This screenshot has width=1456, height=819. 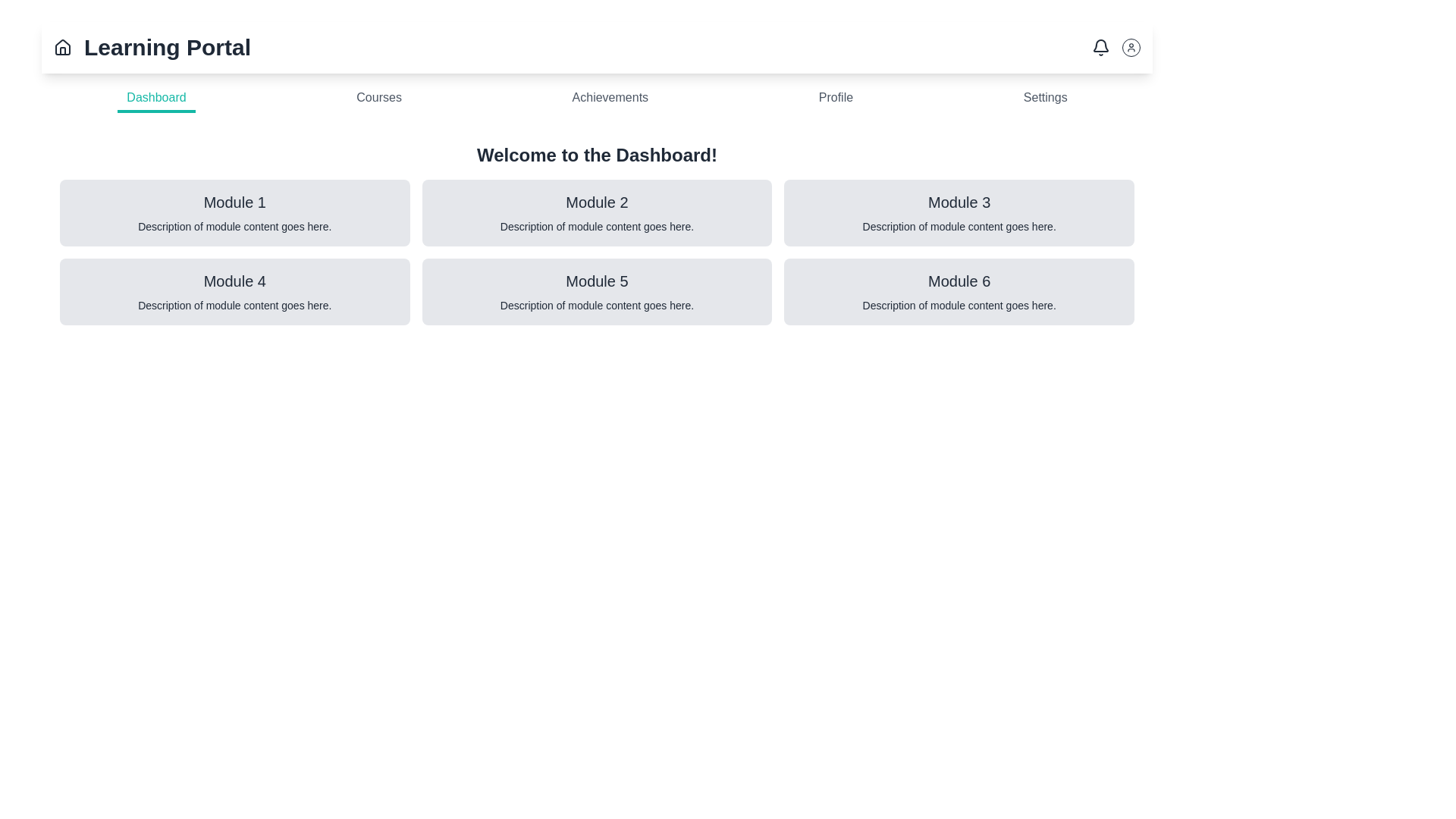 I want to click on the Settings button, which is the fifth item in the horizontal navigation menu, so click(x=1044, y=99).